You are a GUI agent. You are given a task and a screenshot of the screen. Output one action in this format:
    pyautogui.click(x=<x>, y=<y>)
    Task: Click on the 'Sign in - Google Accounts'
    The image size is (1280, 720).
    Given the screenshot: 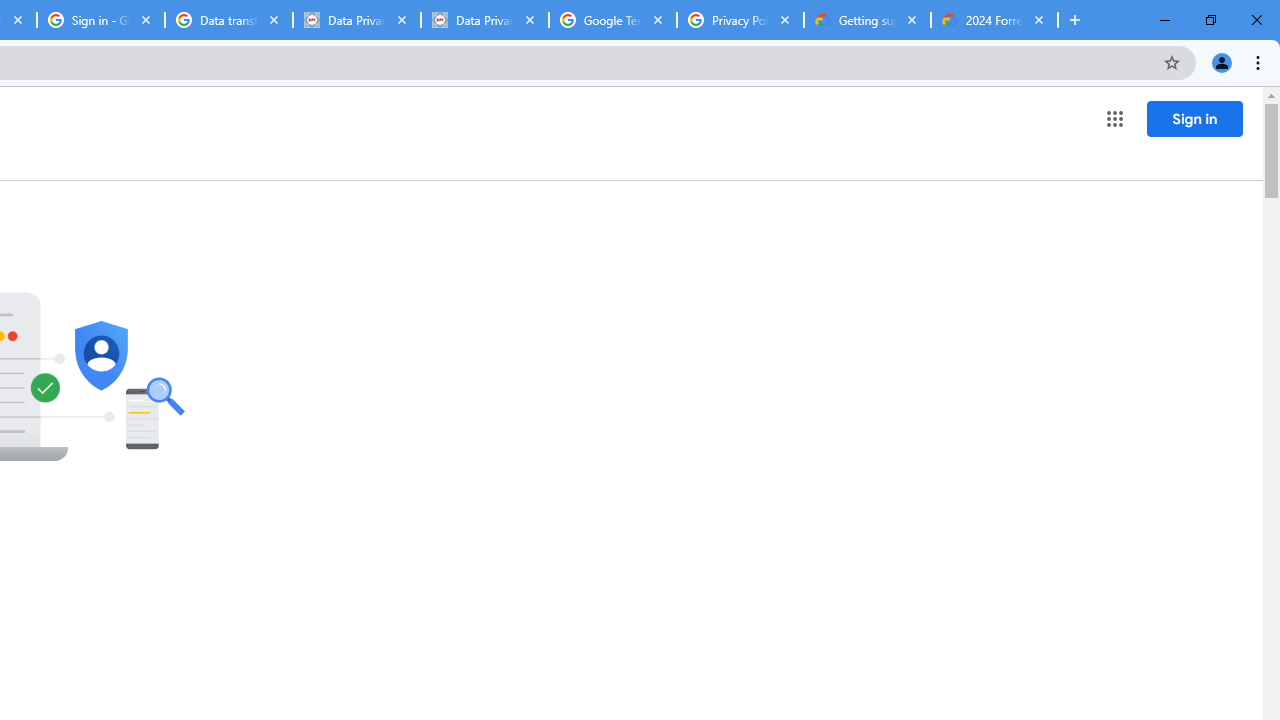 What is the action you would take?
    pyautogui.click(x=100, y=20)
    